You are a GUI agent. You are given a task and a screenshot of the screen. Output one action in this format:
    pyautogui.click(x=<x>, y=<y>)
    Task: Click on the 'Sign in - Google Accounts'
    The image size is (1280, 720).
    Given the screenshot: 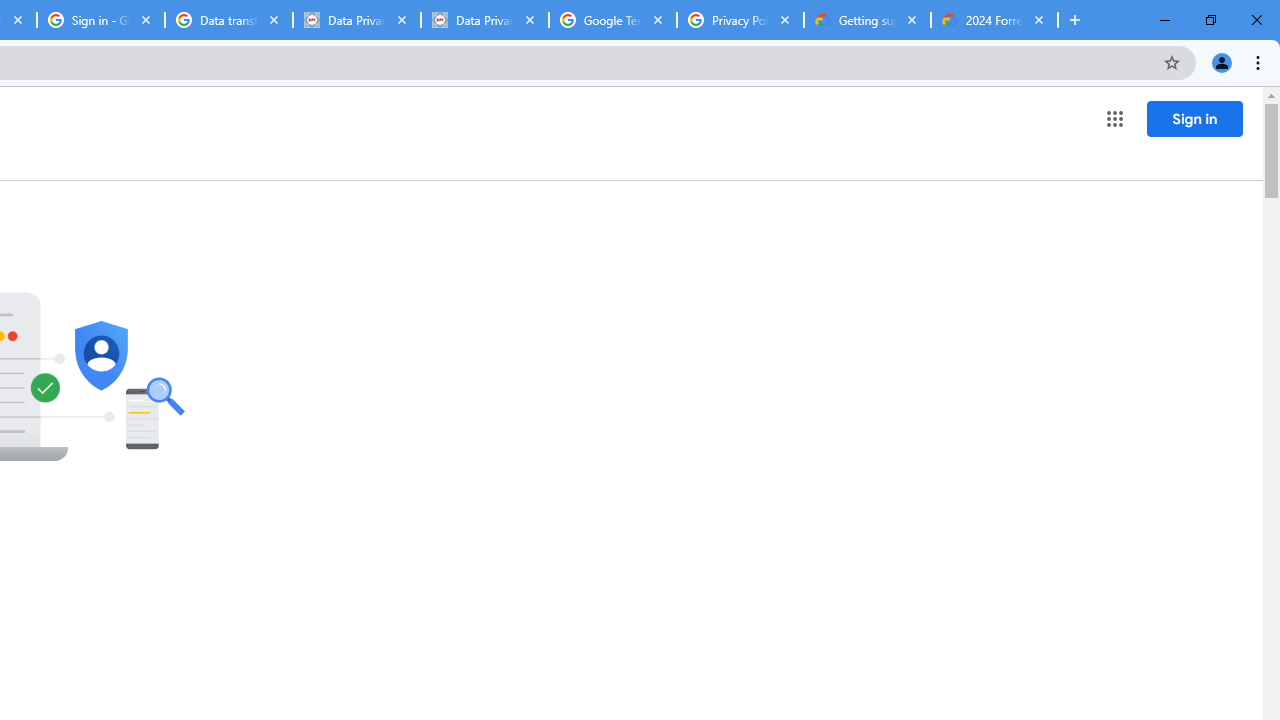 What is the action you would take?
    pyautogui.click(x=100, y=20)
    